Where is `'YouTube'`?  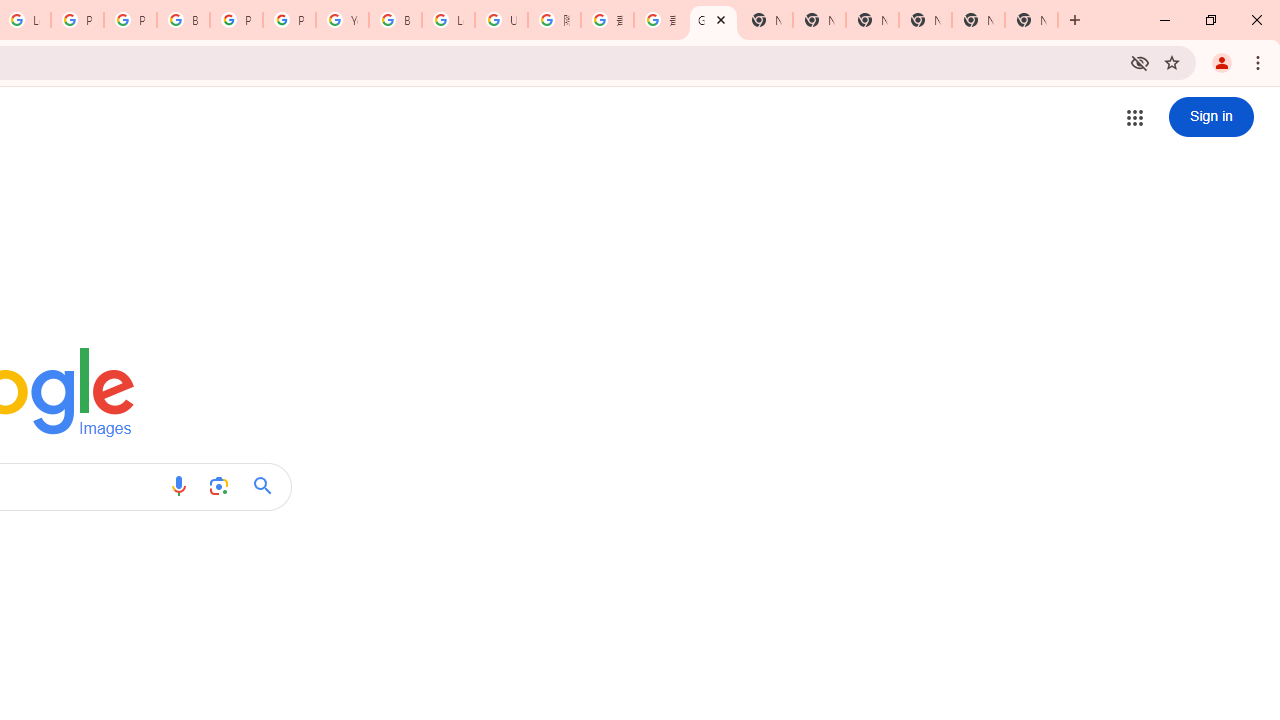 'YouTube' is located at coordinates (342, 20).